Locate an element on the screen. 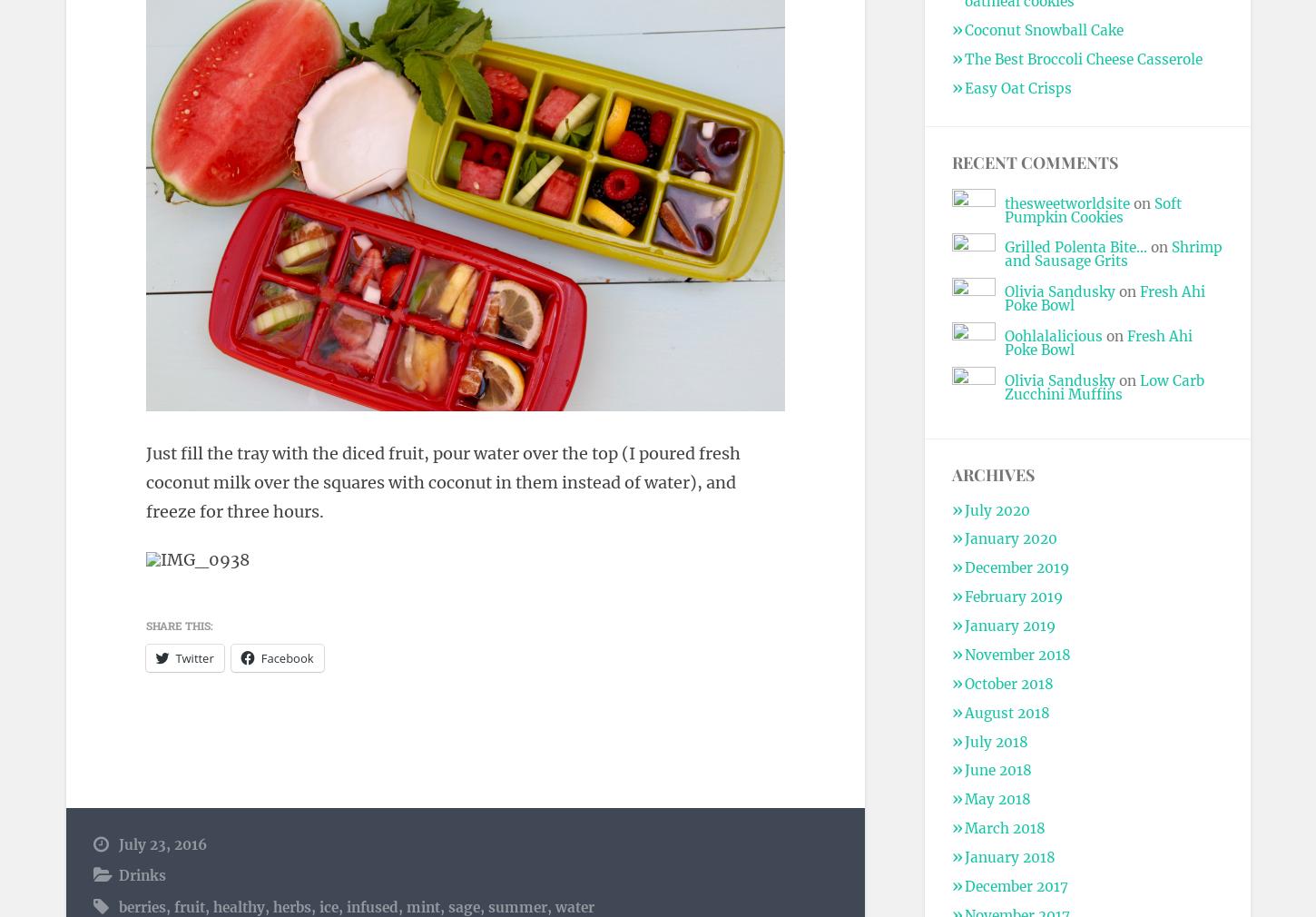 The image size is (1316, 917). 'Twitter' is located at coordinates (173, 656).